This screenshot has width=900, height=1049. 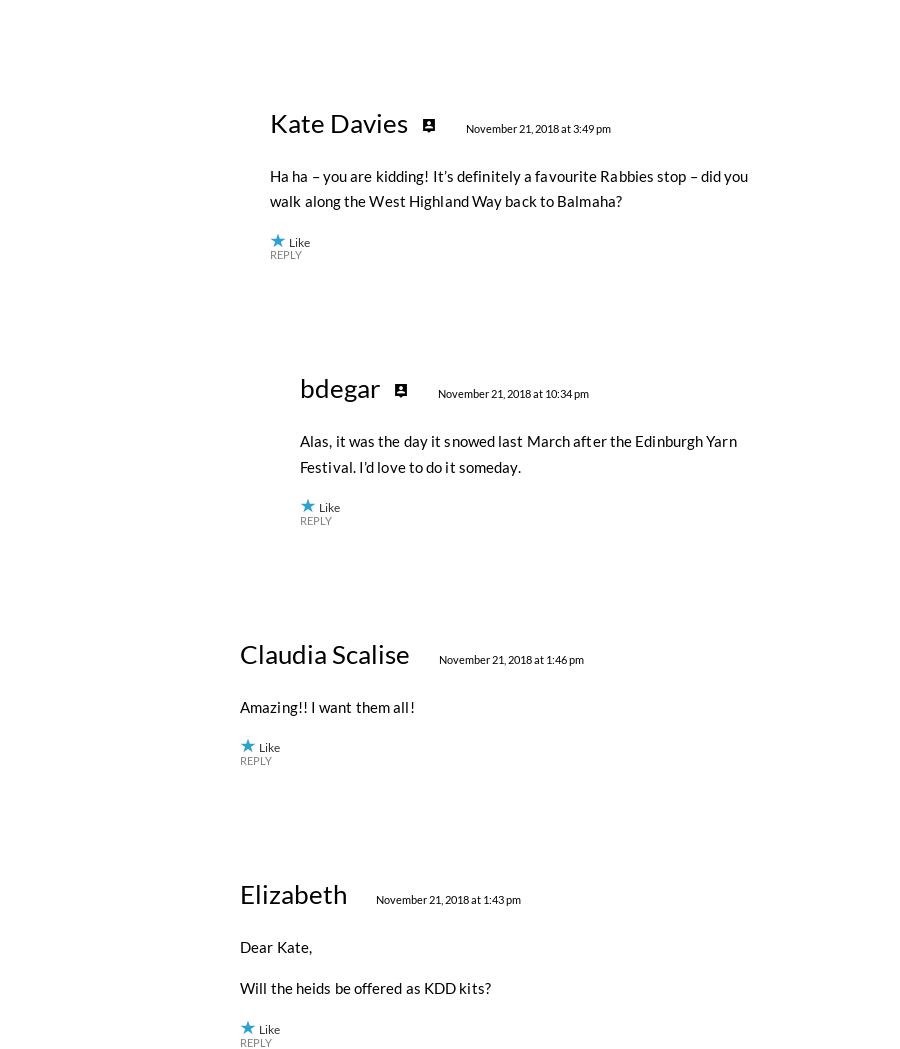 I want to click on 'Ha ha – you are kidding! It’s definitely a favourite Rabbies stop – did you walk along the West Highland Way back to Balmaha?', so click(x=508, y=627).